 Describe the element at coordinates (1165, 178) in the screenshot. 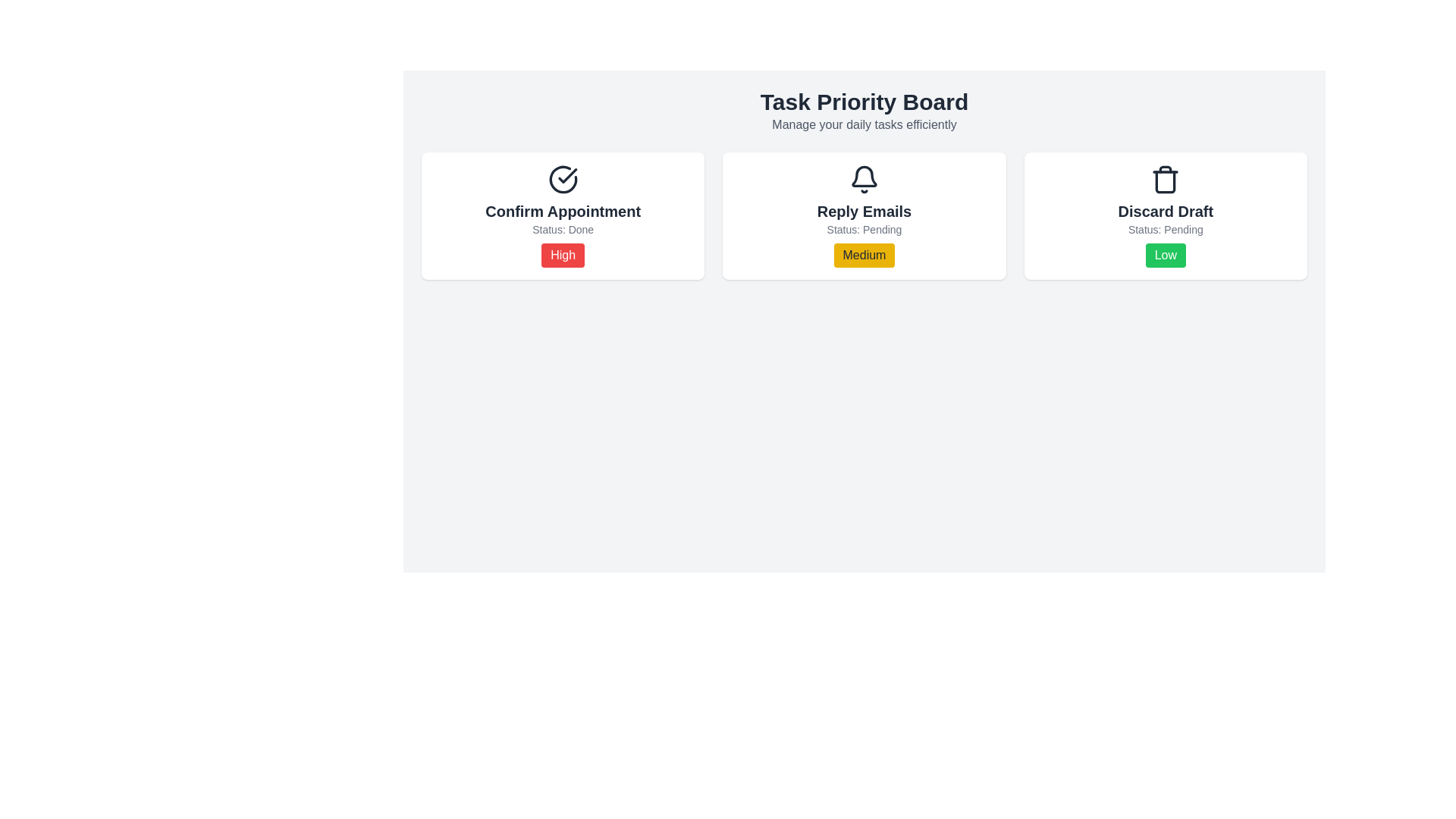

I see `the Trash Bin icon located in the 'Discard Draft' card within the 'Task Priority Board' interface` at that location.